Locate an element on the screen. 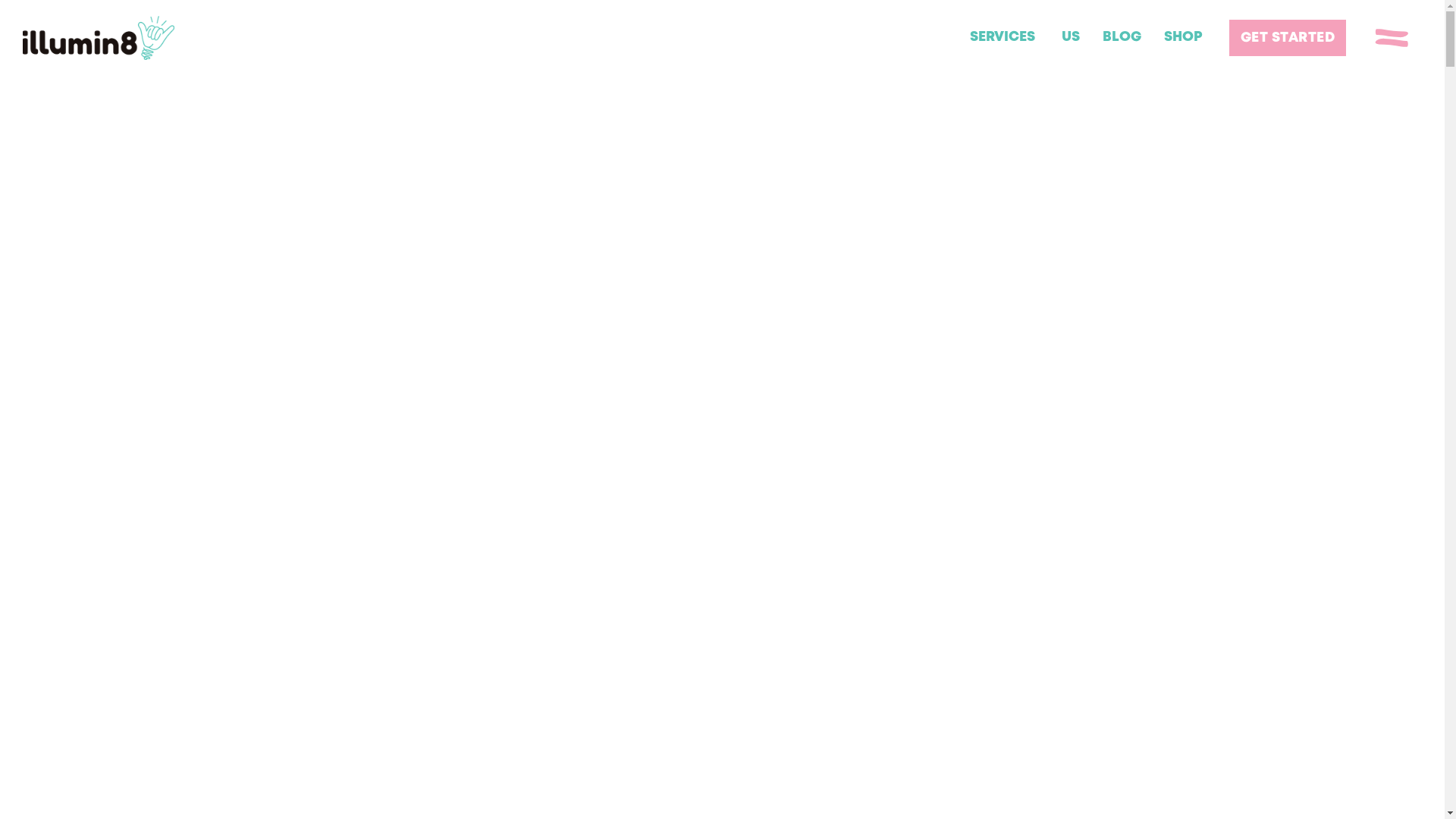 Image resolution: width=1456 pixels, height=819 pixels. 'GET STARTED' is located at coordinates (1228, 37).